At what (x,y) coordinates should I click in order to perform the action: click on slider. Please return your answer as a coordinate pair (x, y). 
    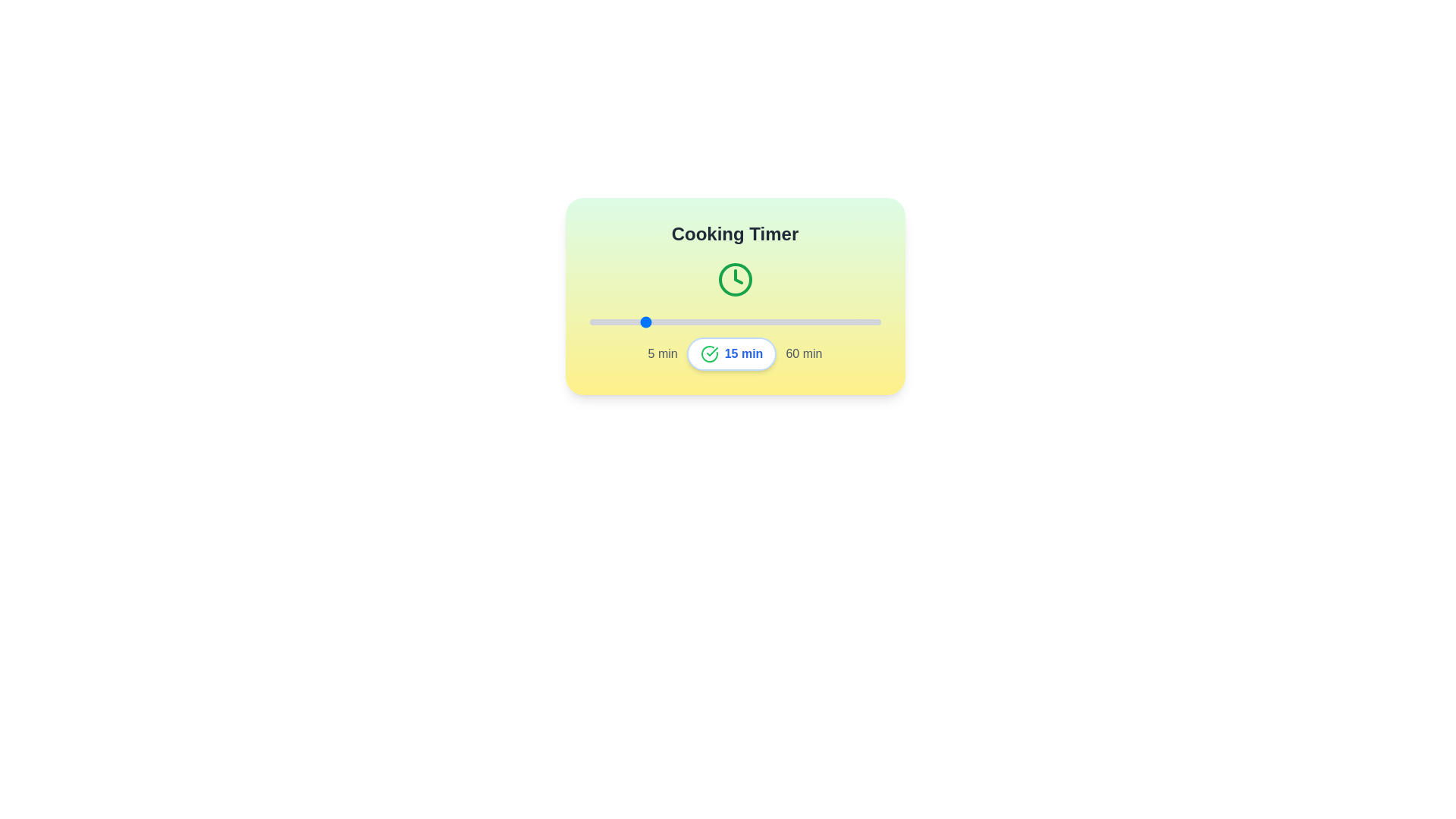
    Looking at the image, I should click on (805, 321).